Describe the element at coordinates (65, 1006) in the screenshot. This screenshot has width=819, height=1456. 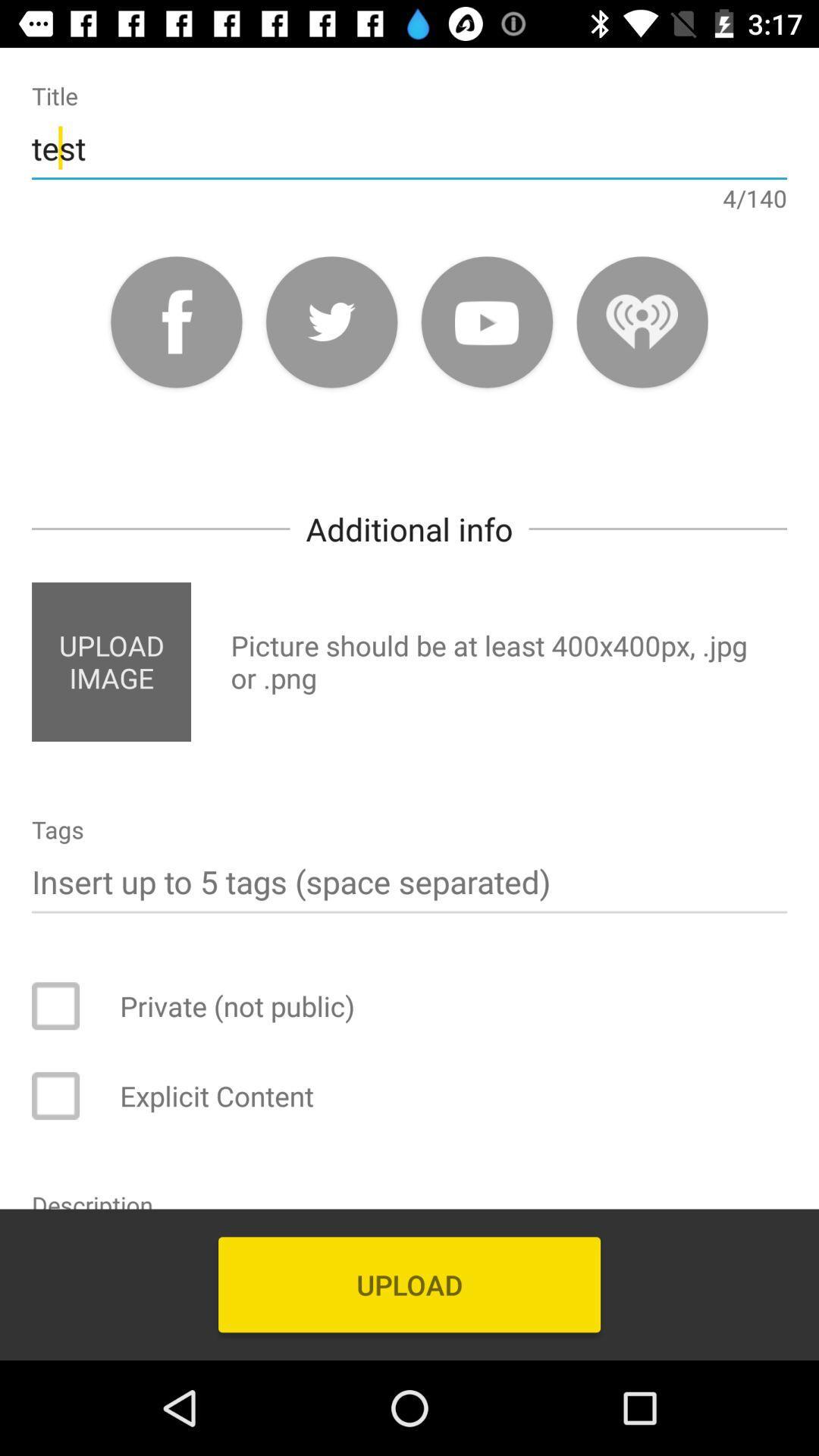
I see `item` at that location.